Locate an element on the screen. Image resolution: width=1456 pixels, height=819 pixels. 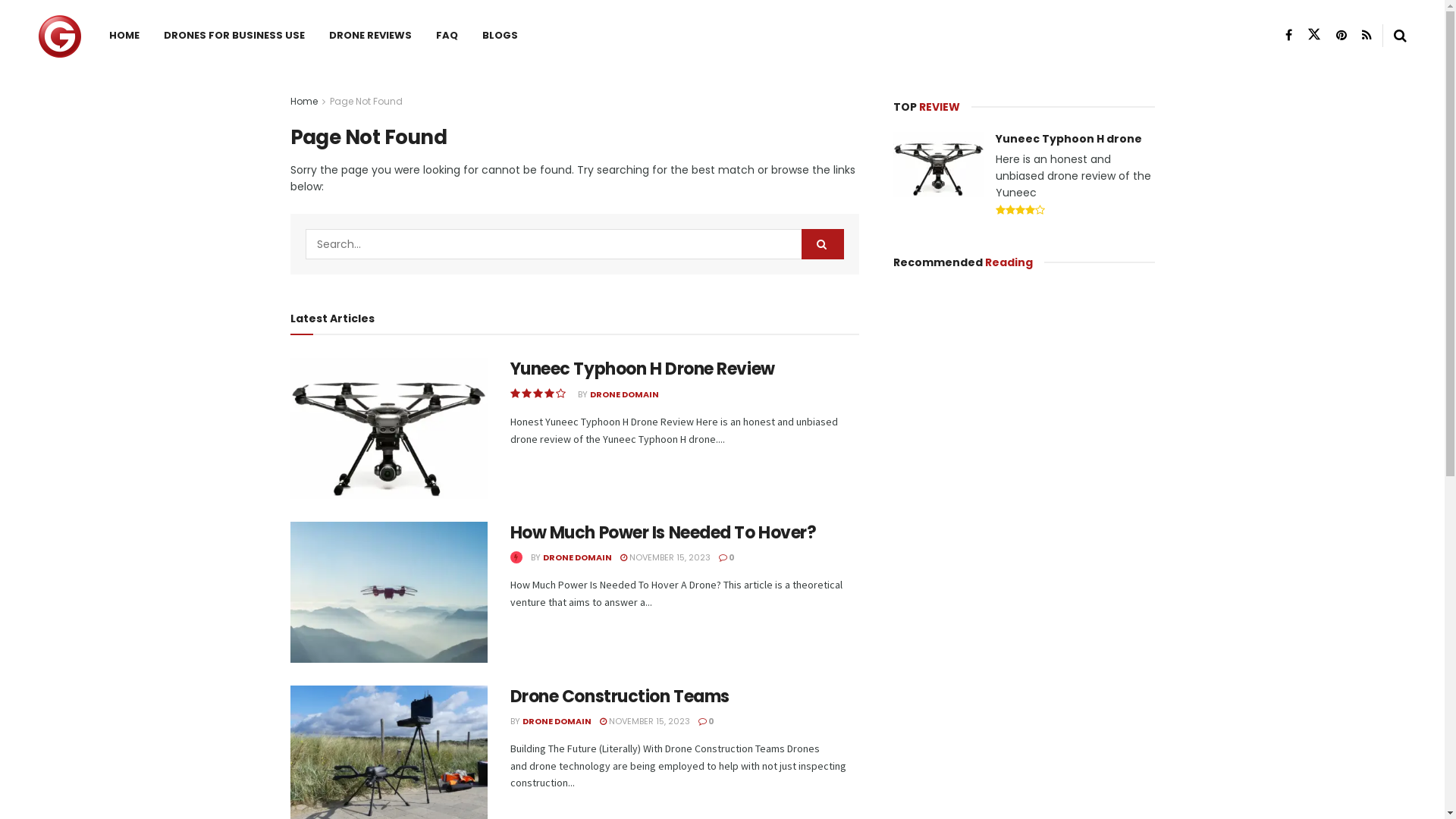
'HOME' is located at coordinates (96, 34).